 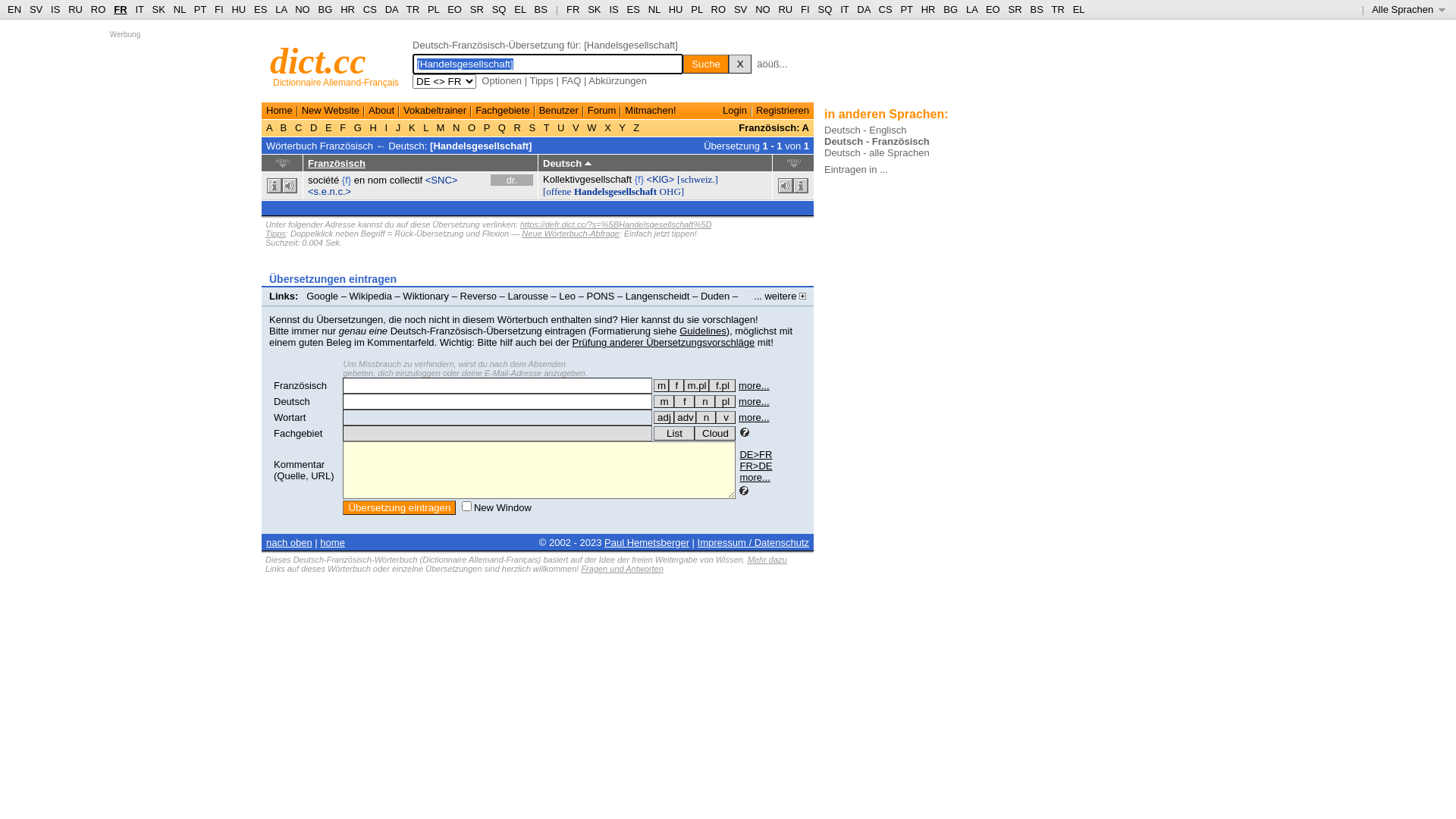 What do you see at coordinates (453, 9) in the screenshot?
I see `'EO'` at bounding box center [453, 9].